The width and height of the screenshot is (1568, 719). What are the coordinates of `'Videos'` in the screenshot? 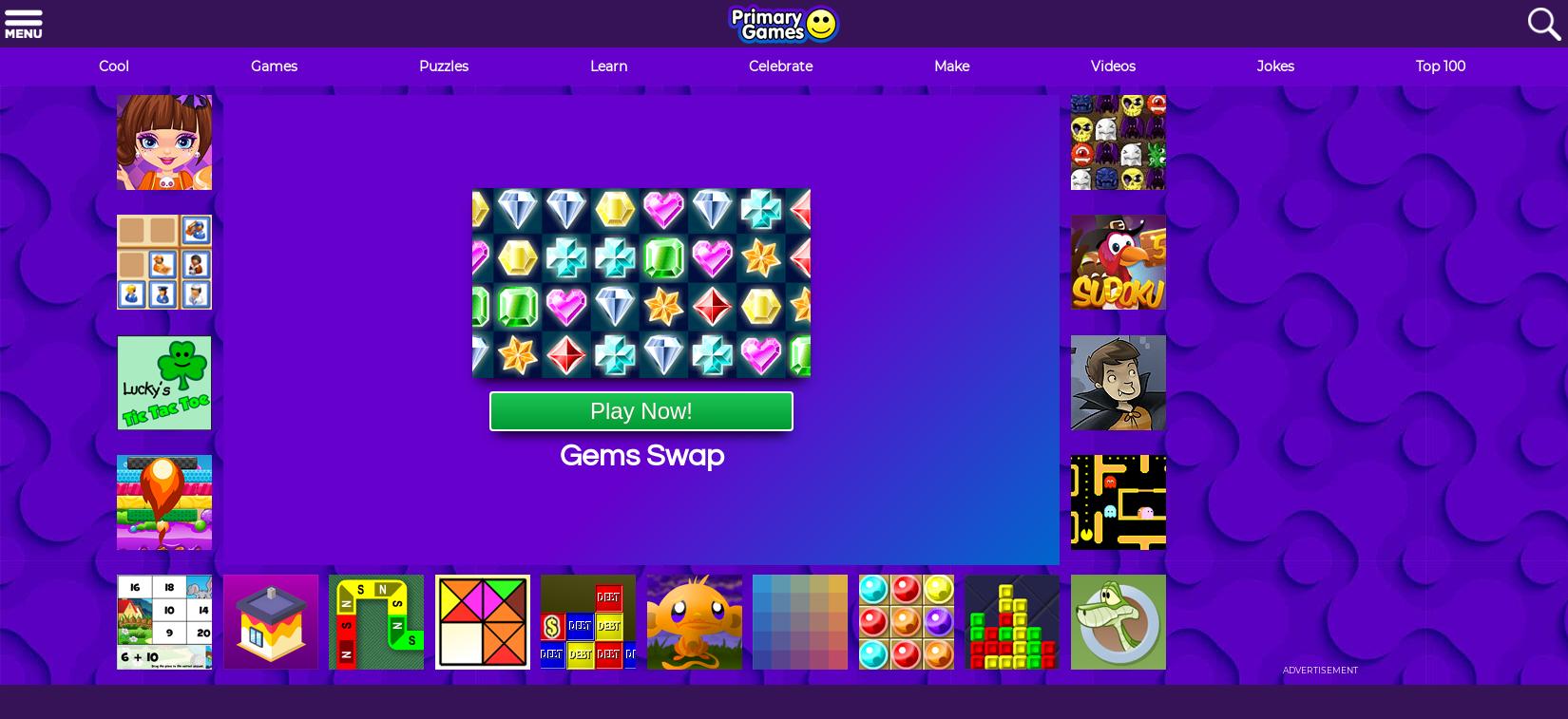 It's located at (1113, 66).